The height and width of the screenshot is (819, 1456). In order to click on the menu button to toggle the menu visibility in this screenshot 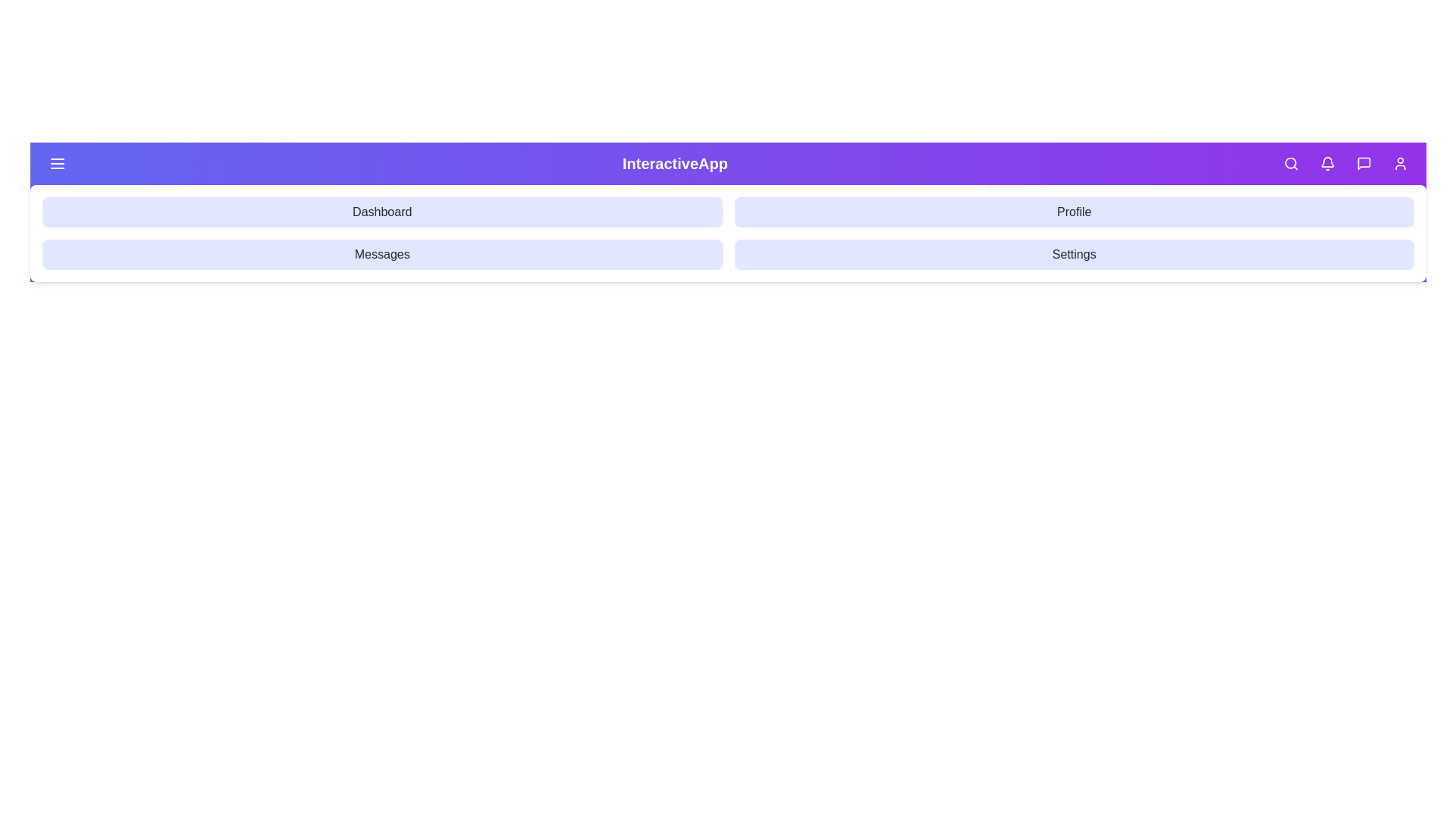, I will do `click(58, 164)`.